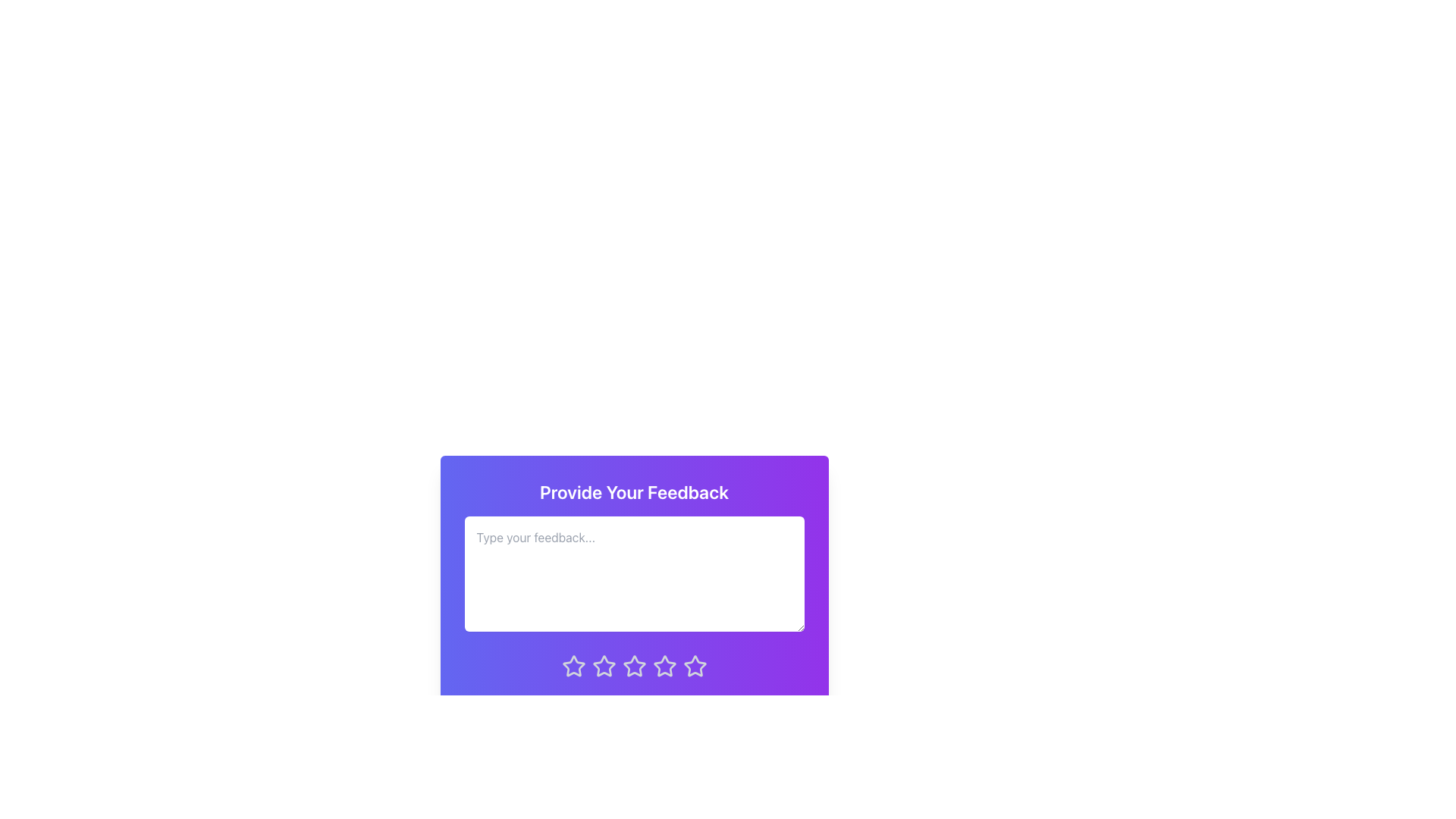 The image size is (1456, 819). What do you see at coordinates (664, 665) in the screenshot?
I see `the fourth star icon in the rating system located beneath the 'Provide Your Feedback' text input field` at bounding box center [664, 665].